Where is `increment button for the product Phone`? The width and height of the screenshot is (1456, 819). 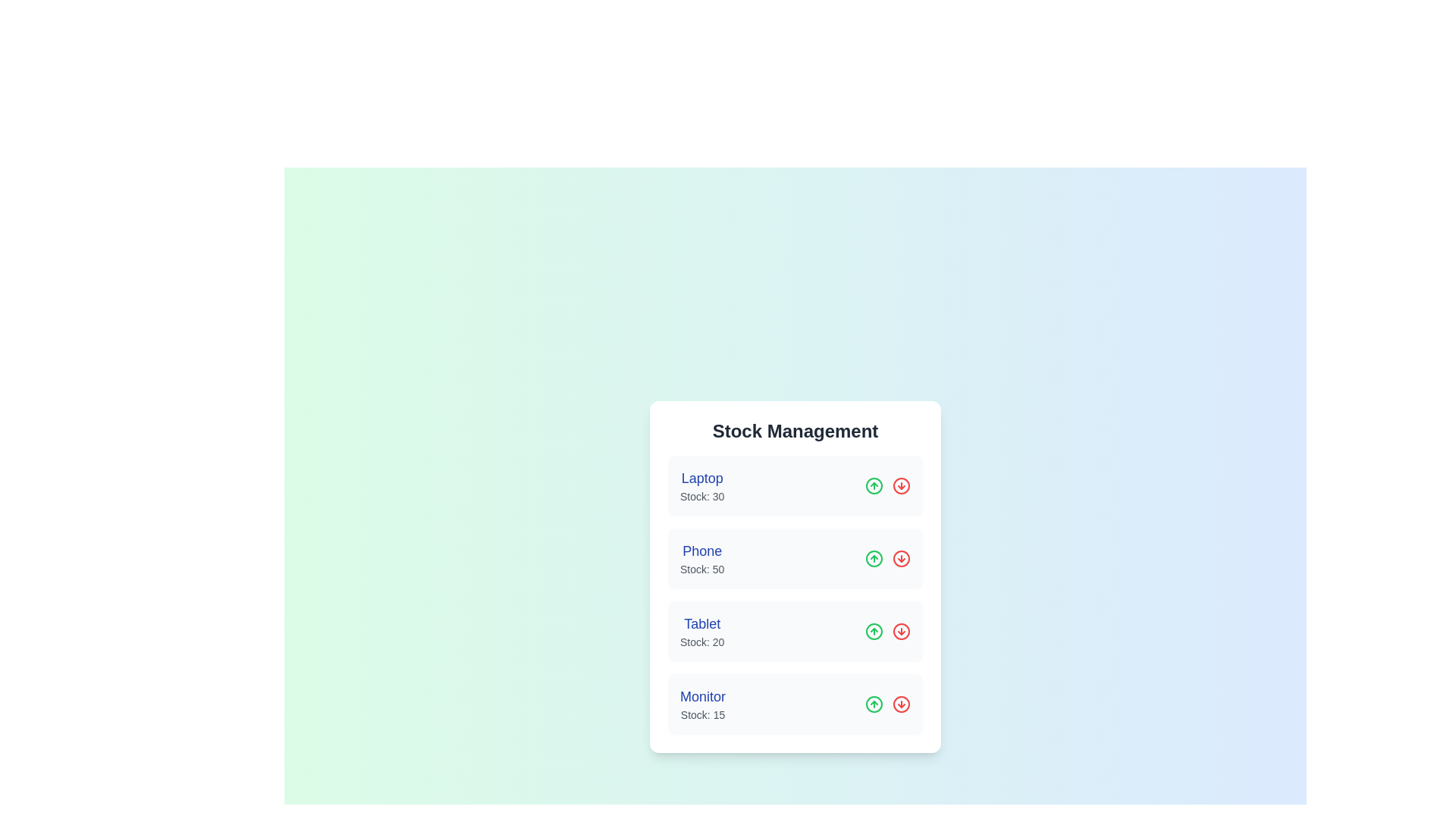
increment button for the product Phone is located at coordinates (874, 558).